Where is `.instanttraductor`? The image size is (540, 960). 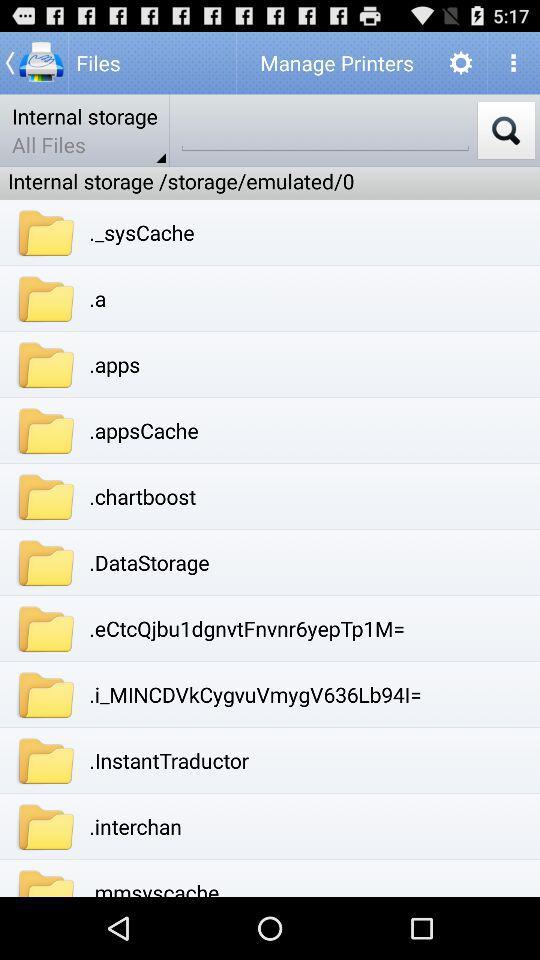 .instanttraductor is located at coordinates (168, 759).